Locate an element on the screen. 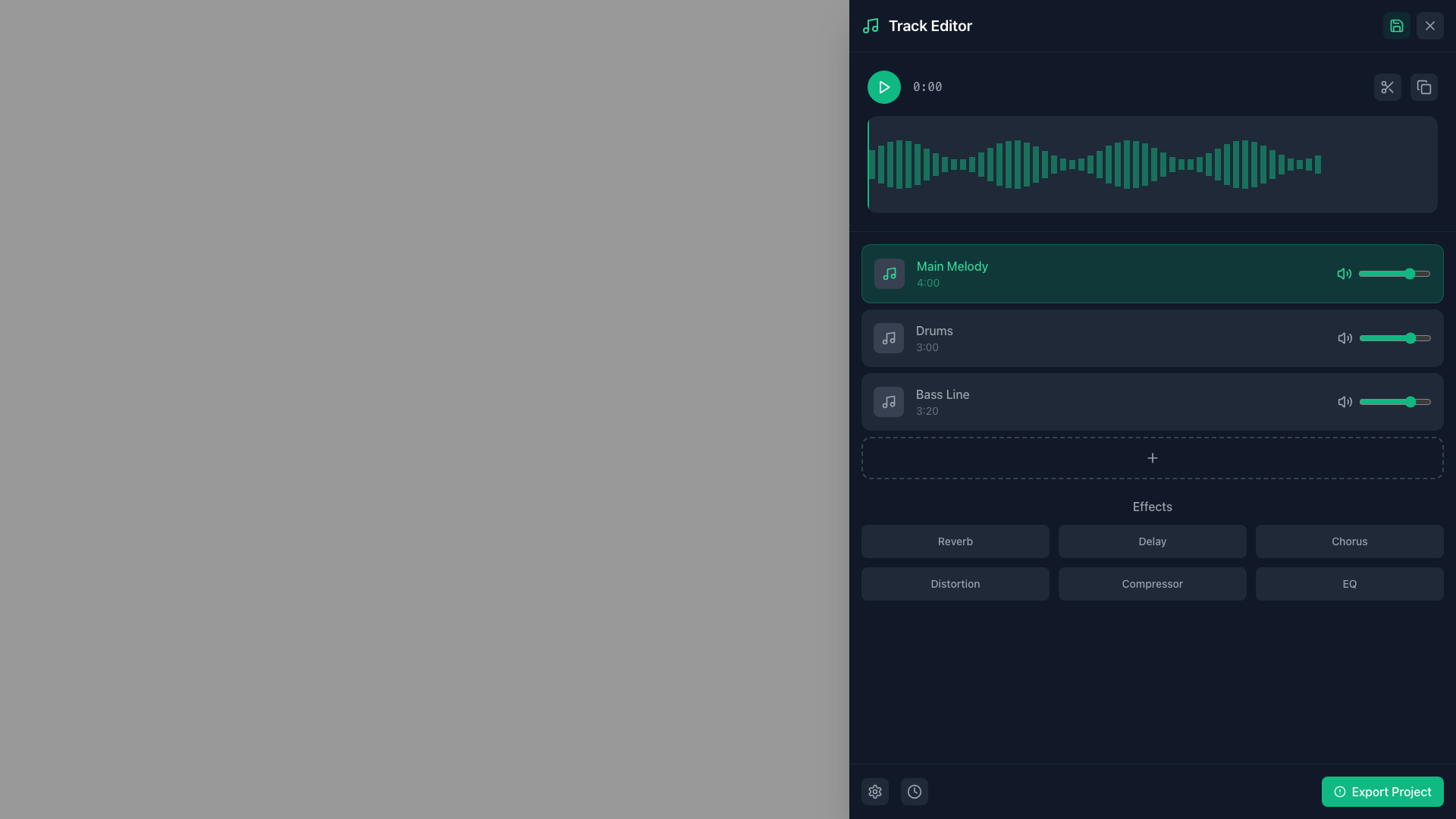 The image size is (1456, 819). the button located at the bottom of the music track list is located at coordinates (1153, 457).